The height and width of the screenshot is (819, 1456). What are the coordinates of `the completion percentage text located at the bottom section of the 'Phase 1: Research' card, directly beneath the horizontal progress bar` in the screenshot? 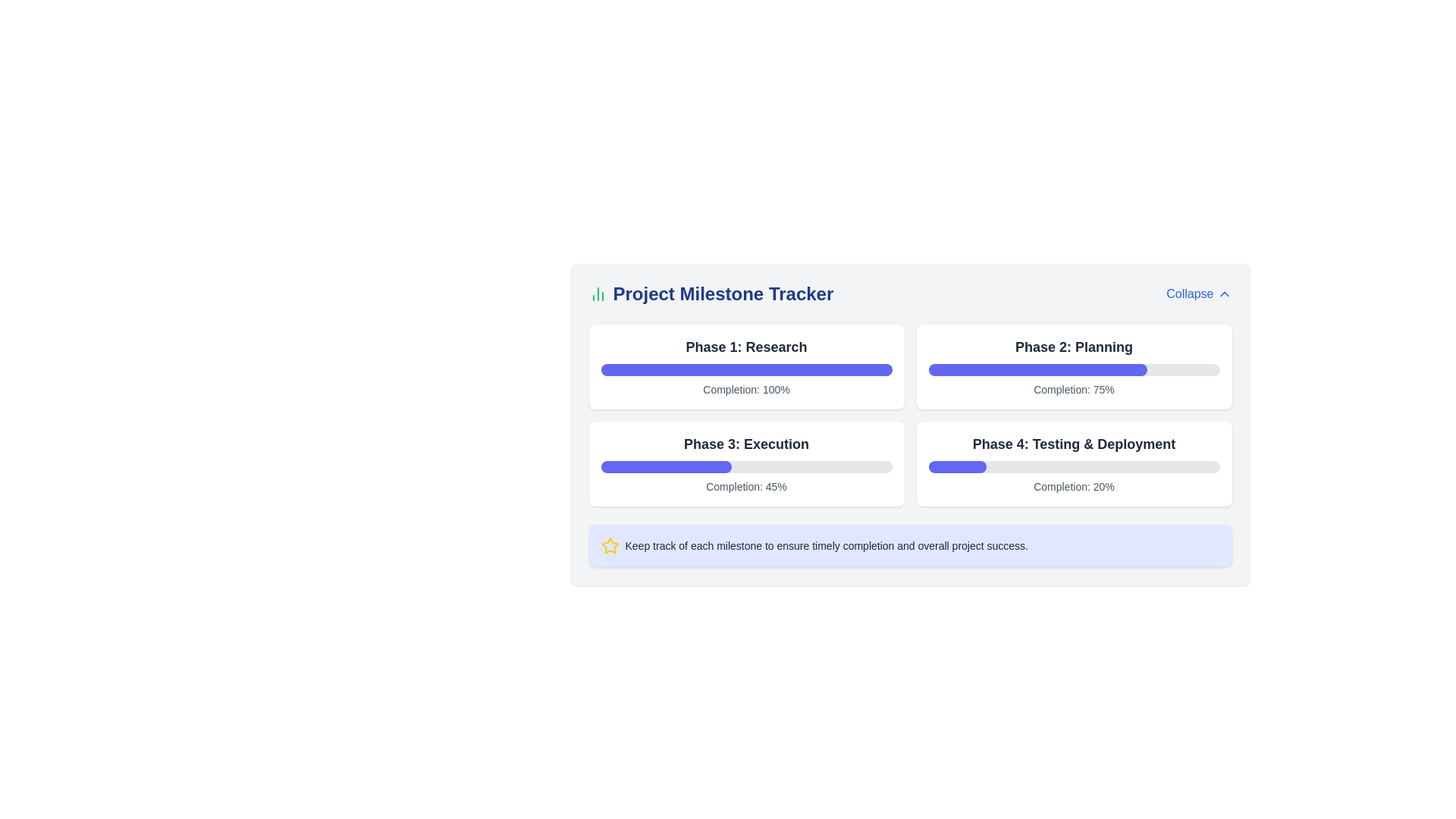 It's located at (746, 388).